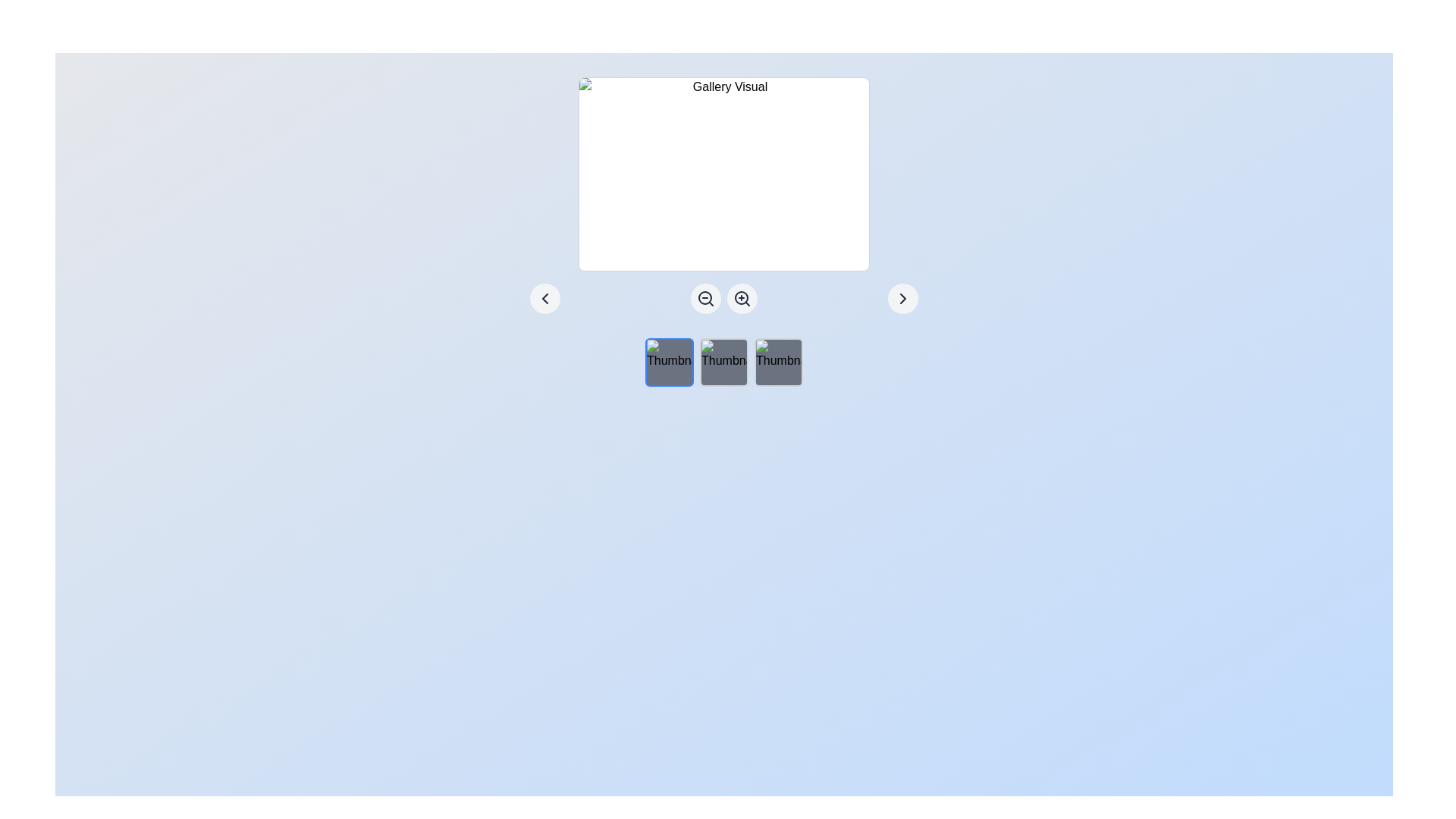 The image size is (1456, 819). I want to click on the farthest-right circular navigation button to advance through the carousel or gallery, so click(902, 298).